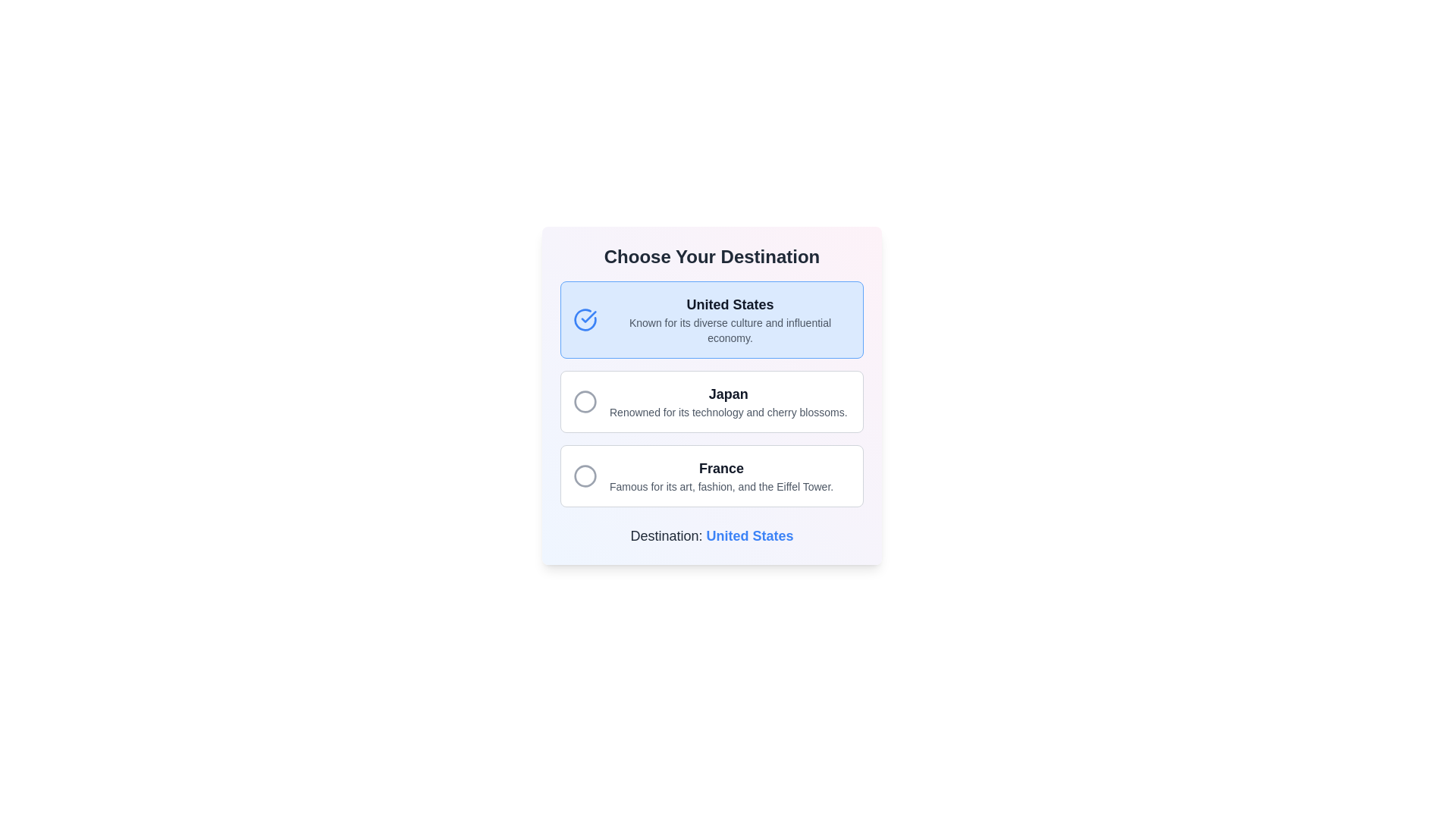 This screenshot has width=1456, height=819. Describe the element at coordinates (711, 394) in the screenshot. I see `a selectable item in the vertical list of options, which features rounded corners, borders, and circular icons for each section` at that location.